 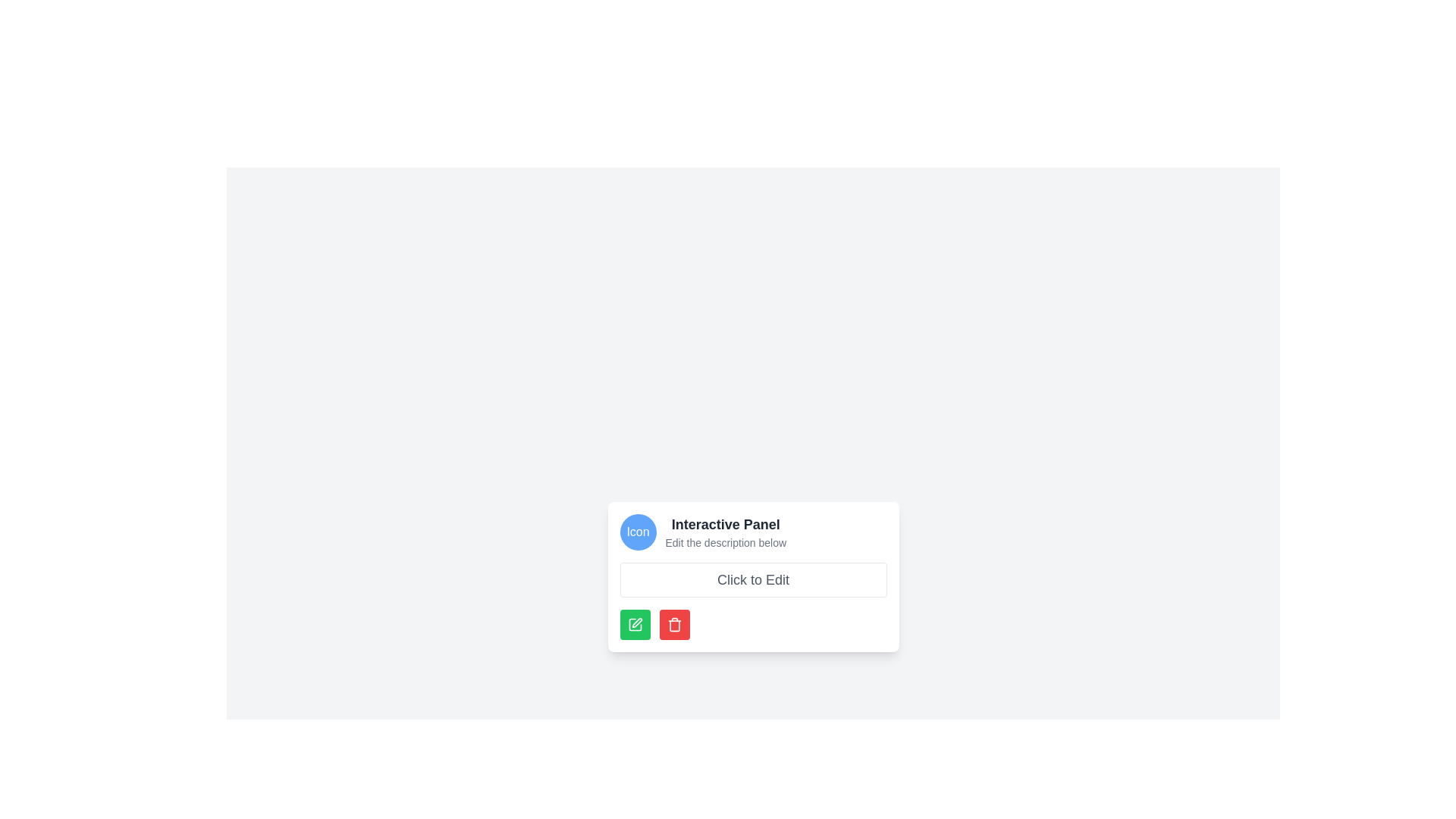 What do you see at coordinates (635, 625) in the screenshot?
I see `the edit button located in the lower section of the panel, which is the first option in a horizontal alignment of two buttons` at bounding box center [635, 625].